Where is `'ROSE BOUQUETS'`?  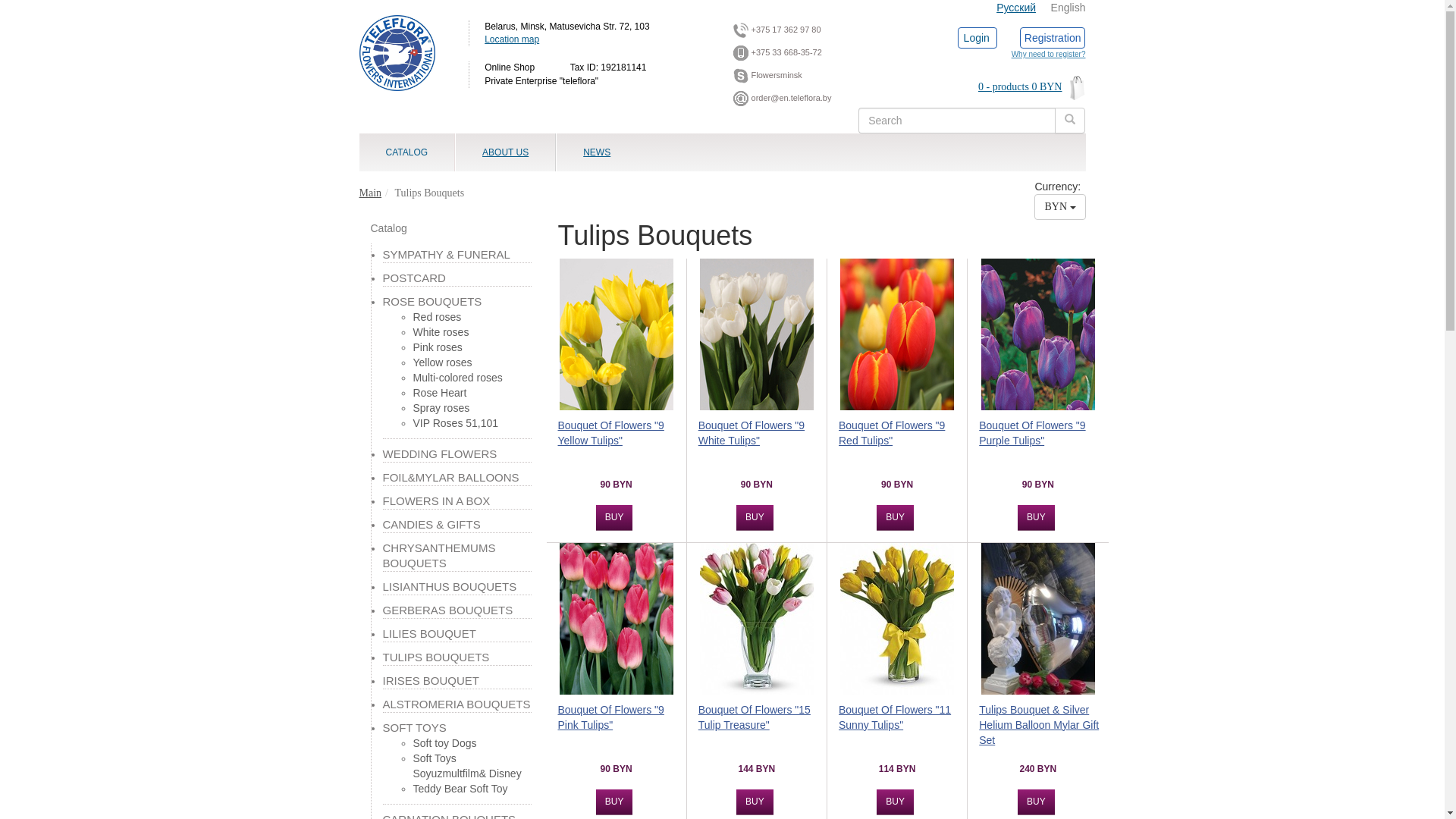 'ROSE BOUQUETS' is located at coordinates (431, 301).